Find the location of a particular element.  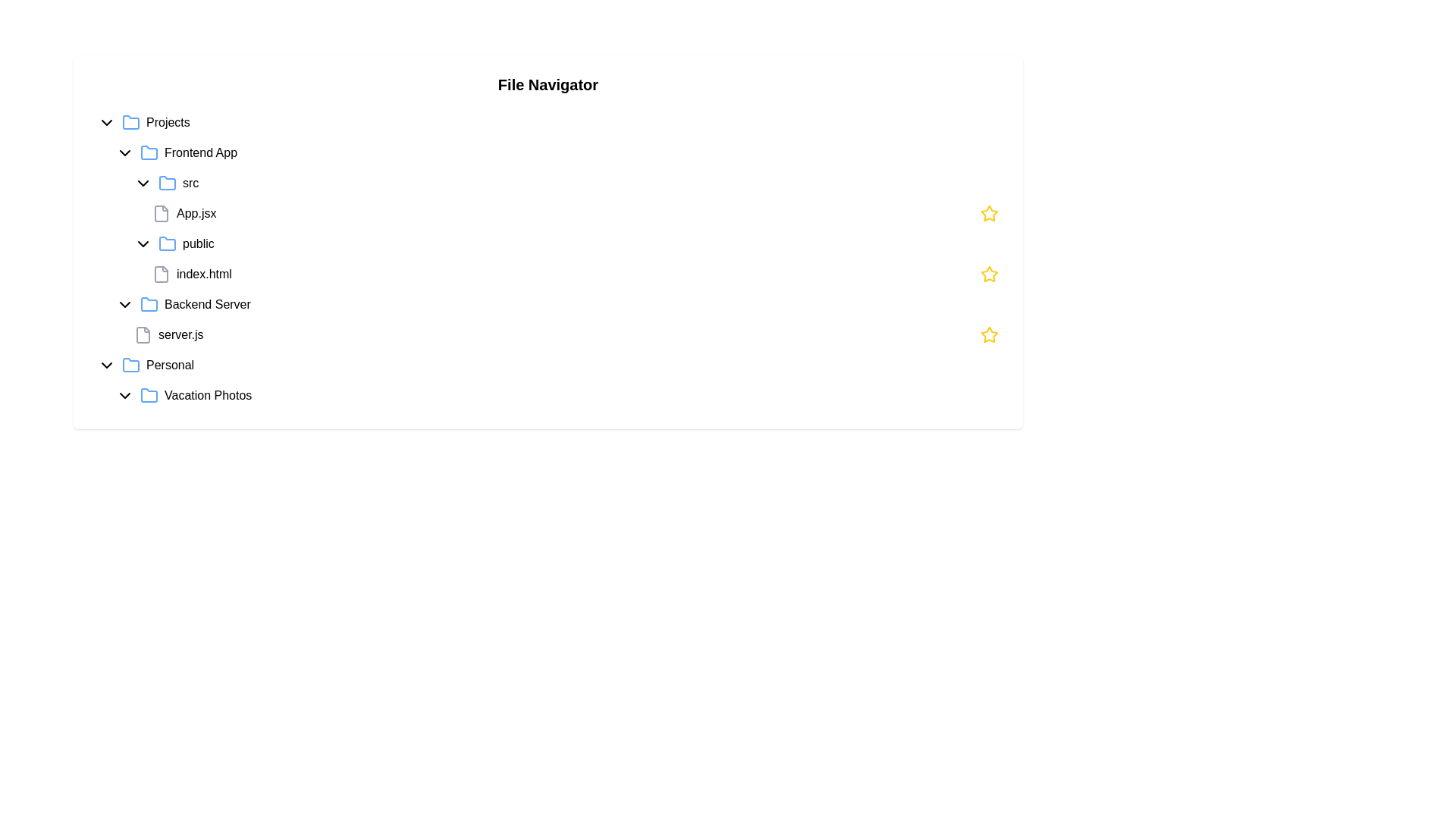

the blue folder icon, which is positioned to the left of the text 'Backend Server' in the file navigation interface is located at coordinates (149, 304).